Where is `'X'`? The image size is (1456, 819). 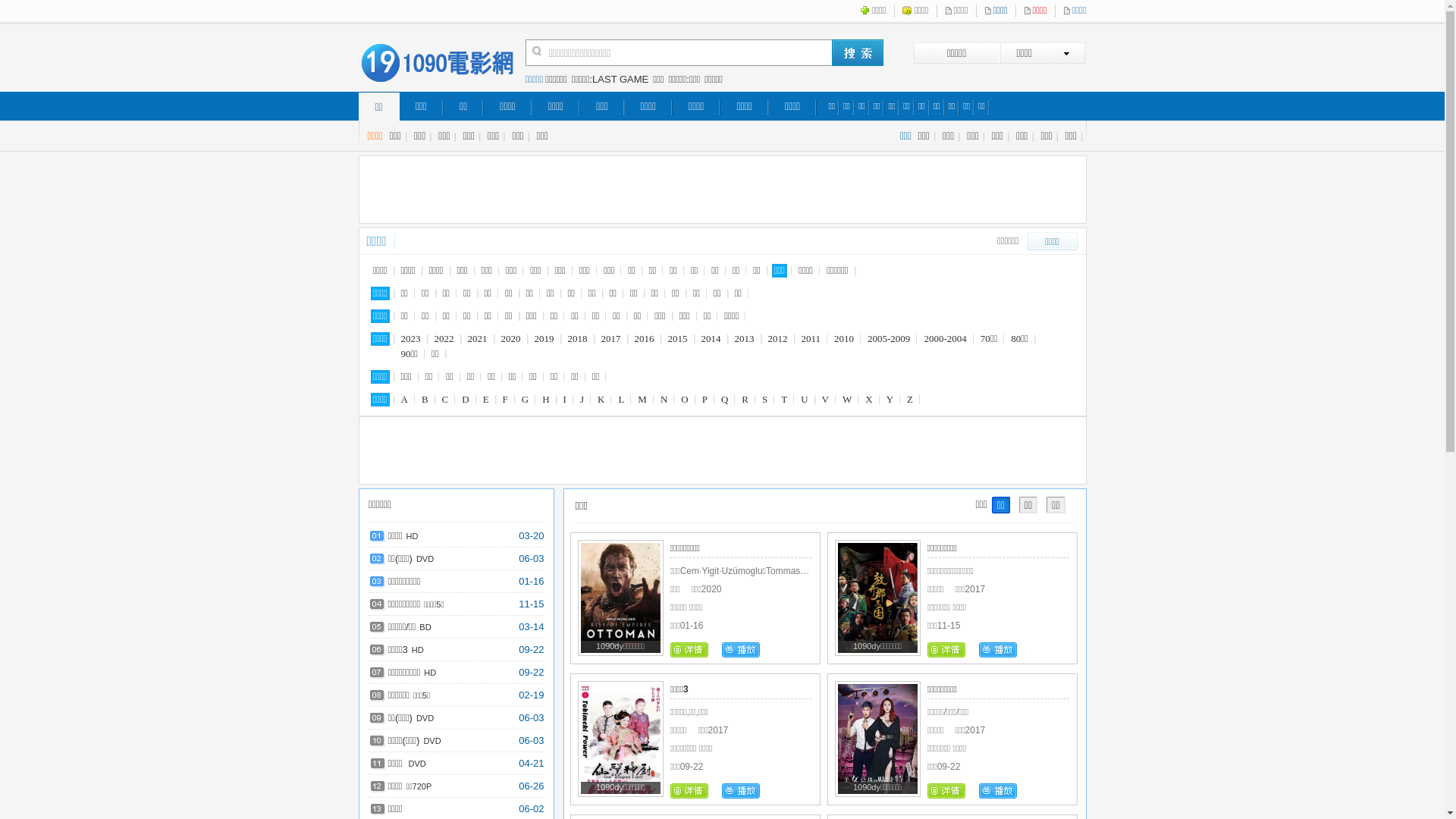 'X' is located at coordinates (868, 399).